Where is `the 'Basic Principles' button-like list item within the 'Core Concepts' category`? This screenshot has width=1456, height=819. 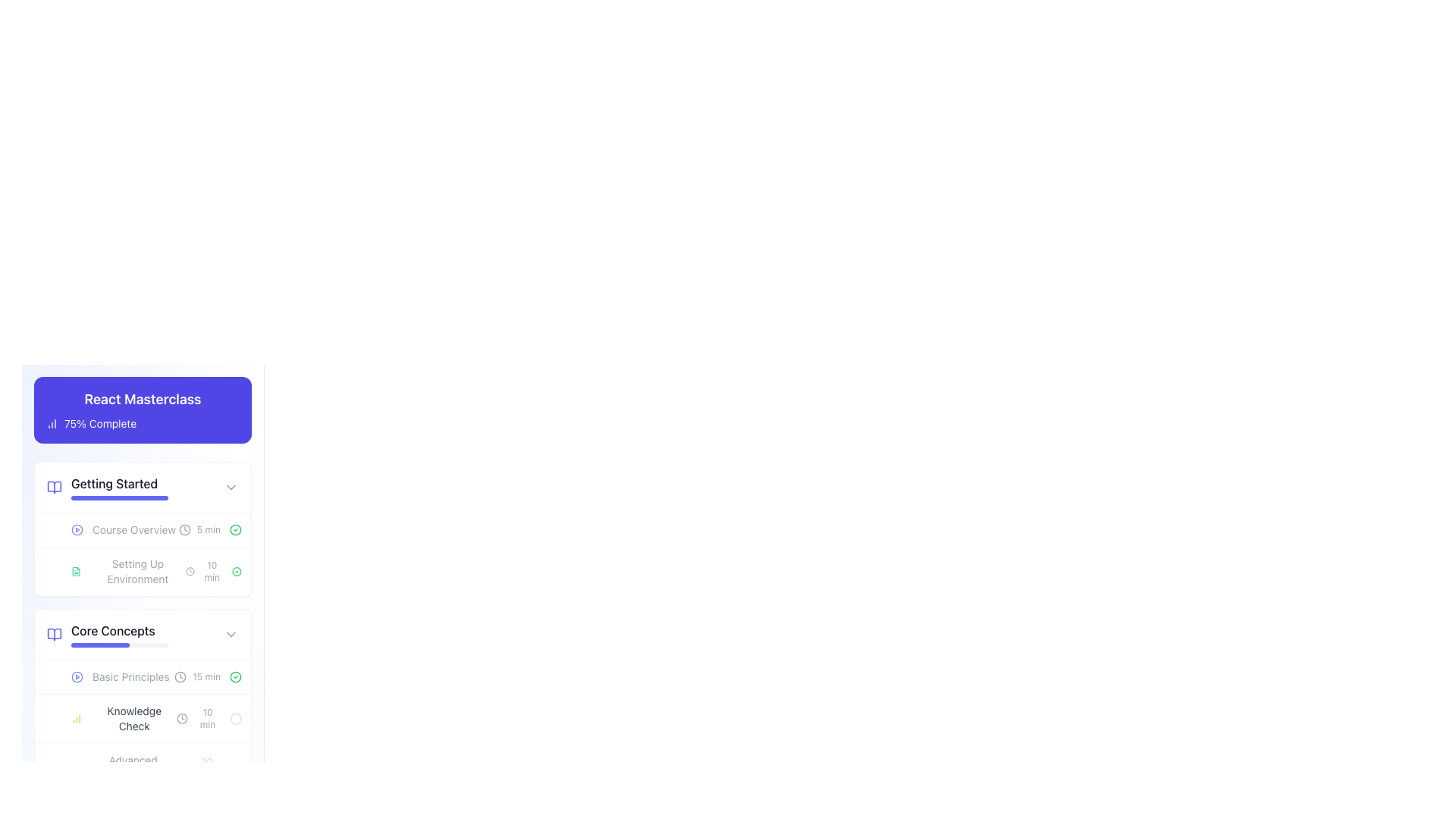
the 'Basic Principles' button-like list item within the 'Core Concepts' category is located at coordinates (119, 676).